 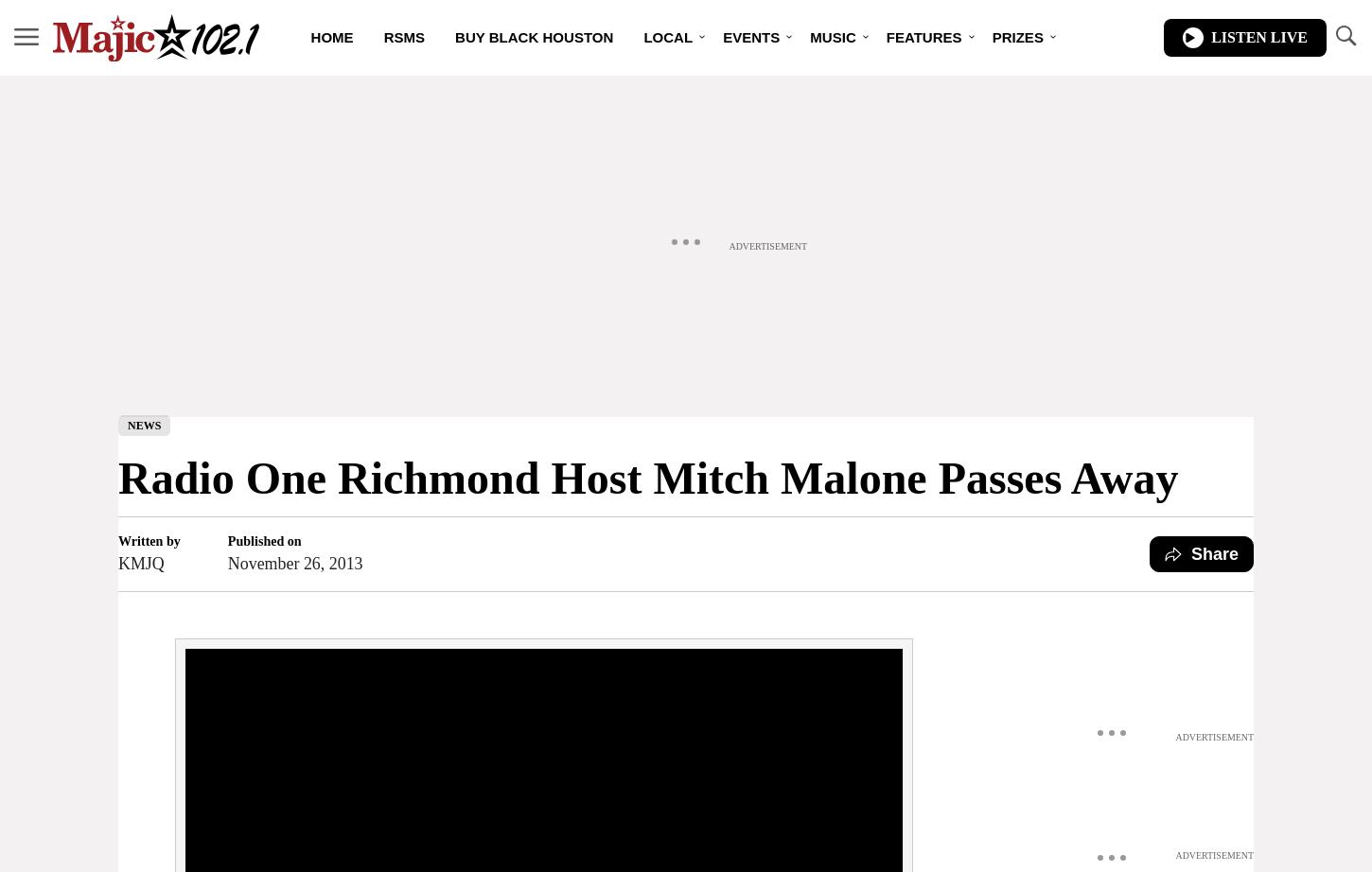 What do you see at coordinates (421, 102) in the screenshot?
I see `'DJs'` at bounding box center [421, 102].